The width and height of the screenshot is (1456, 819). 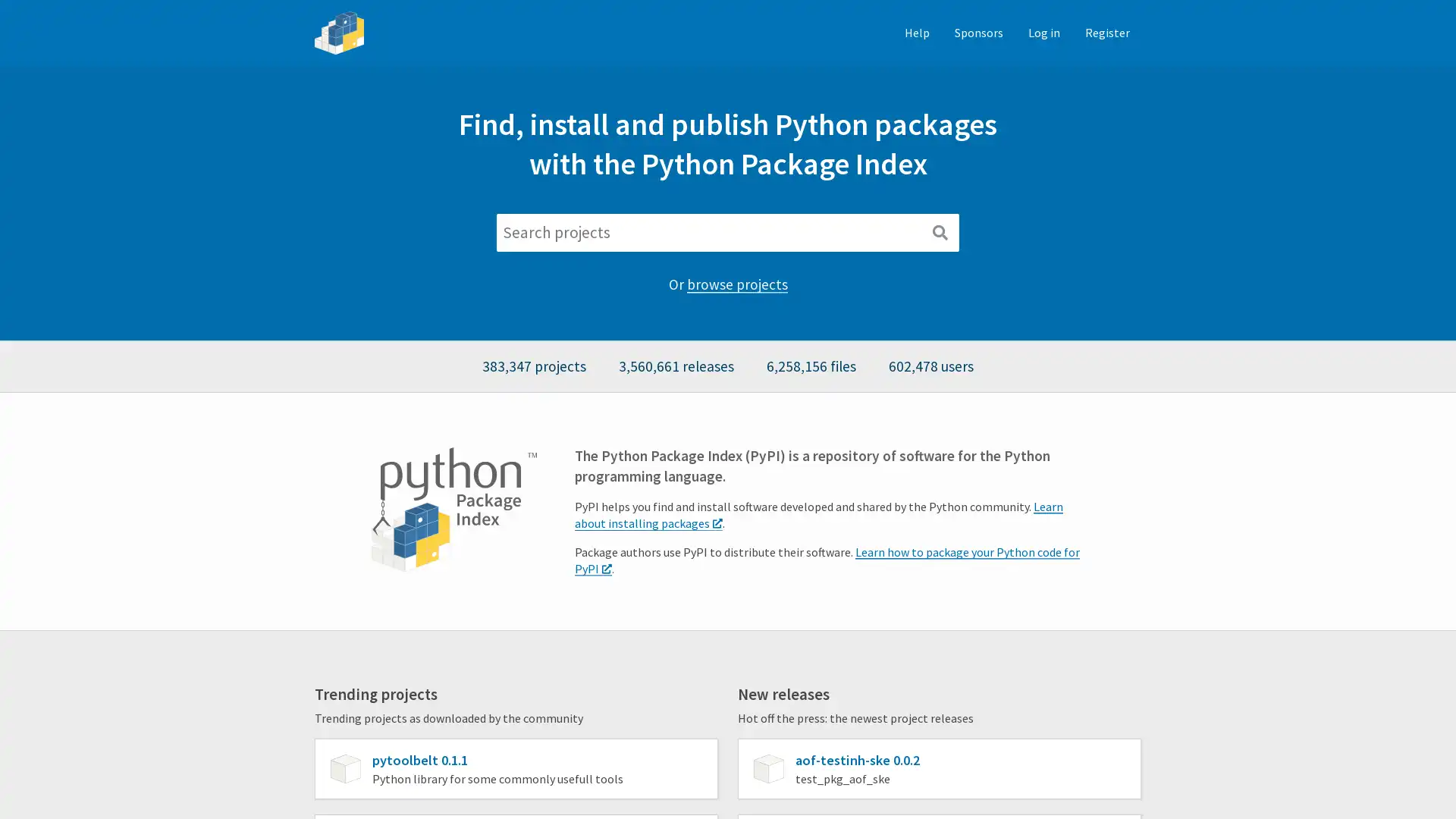 What do you see at coordinates (939, 233) in the screenshot?
I see `Search` at bounding box center [939, 233].